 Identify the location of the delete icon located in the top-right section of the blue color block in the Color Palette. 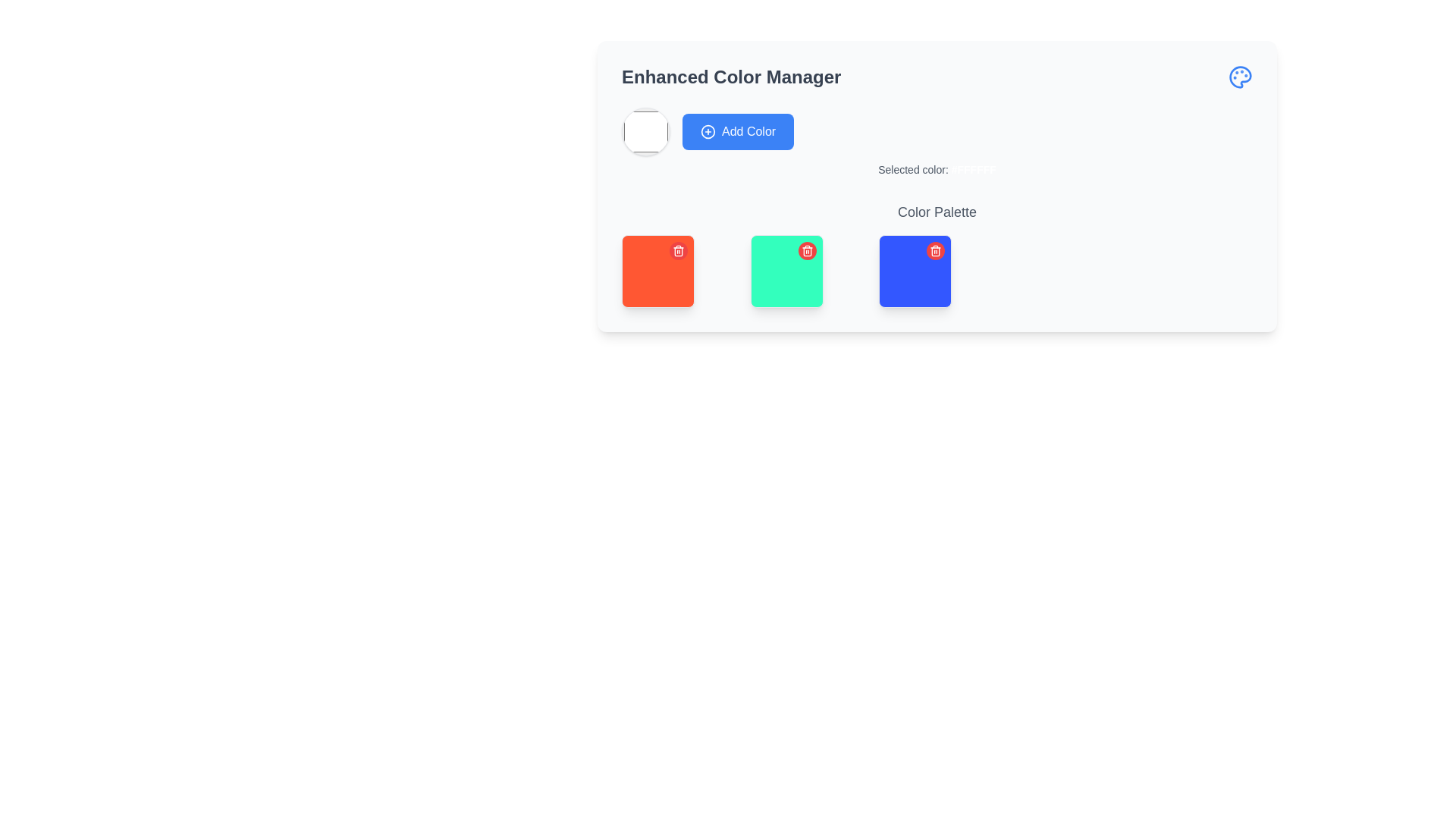
(934, 250).